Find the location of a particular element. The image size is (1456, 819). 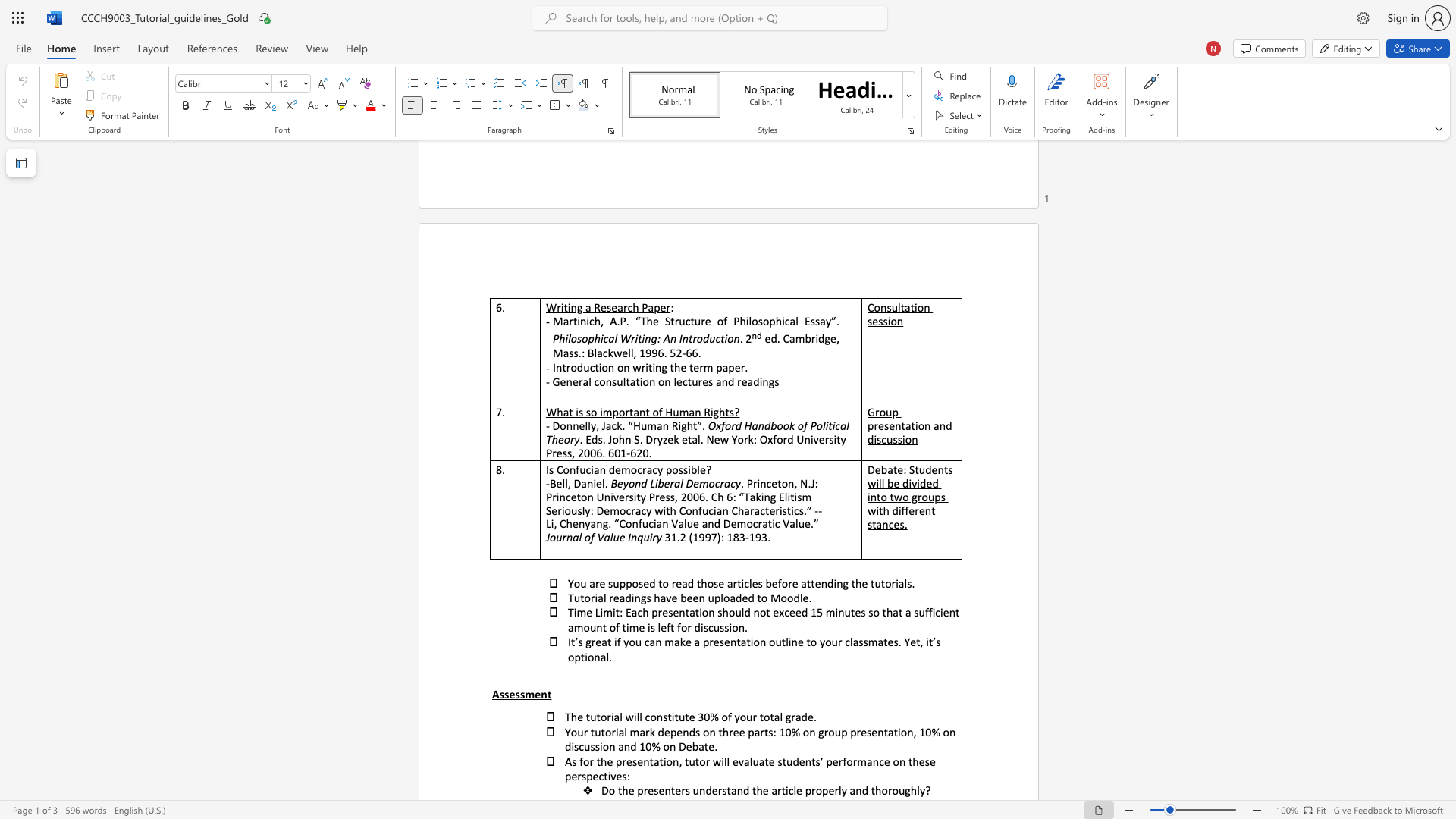

the subset text "sm" within the text "It’s great if you can make a presentation outline to your classmates. Yet, it’s optional." is located at coordinates (863, 642).